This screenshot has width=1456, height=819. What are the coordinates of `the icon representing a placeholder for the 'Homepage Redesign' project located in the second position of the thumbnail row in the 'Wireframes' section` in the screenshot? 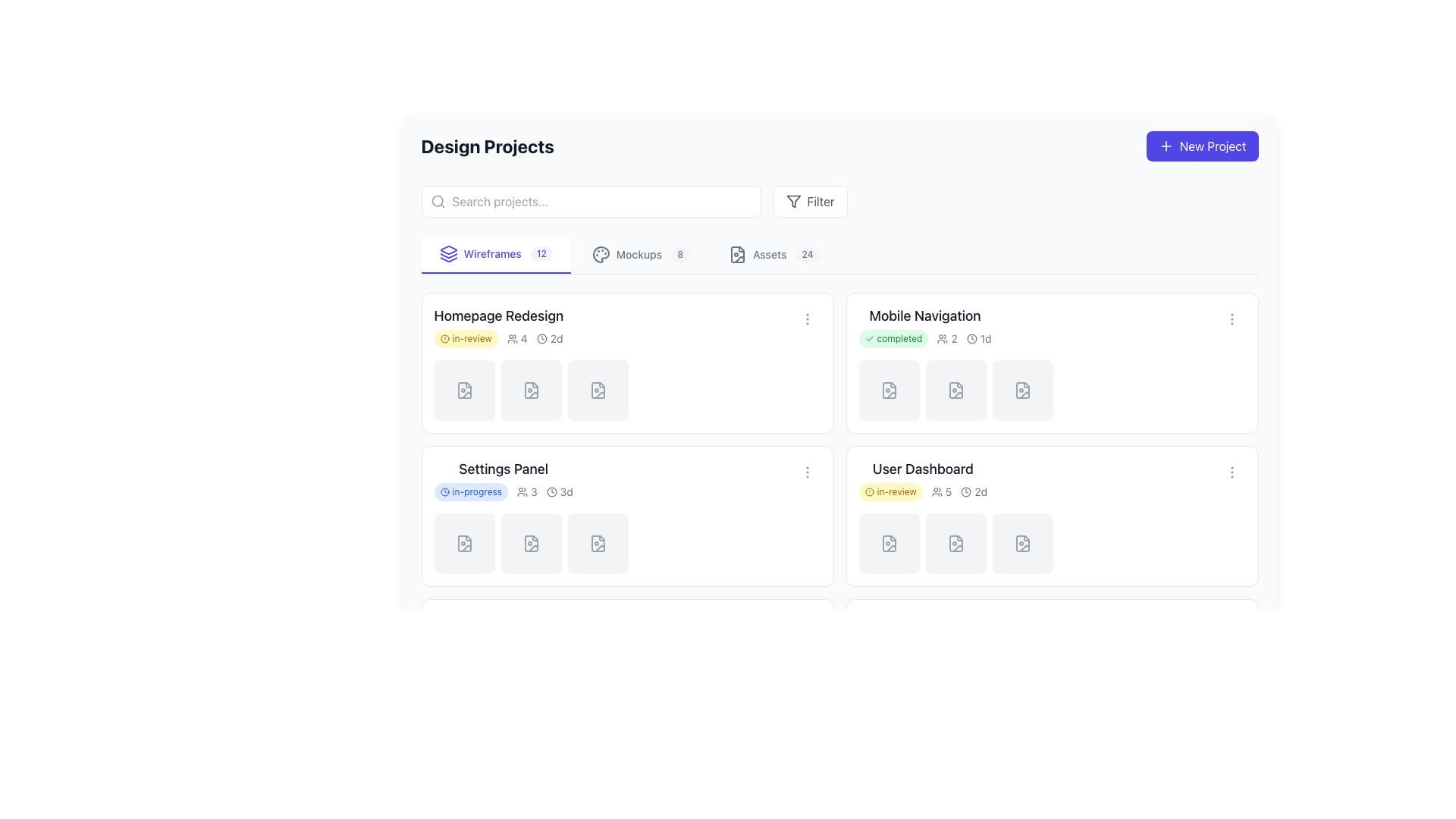 It's located at (597, 390).